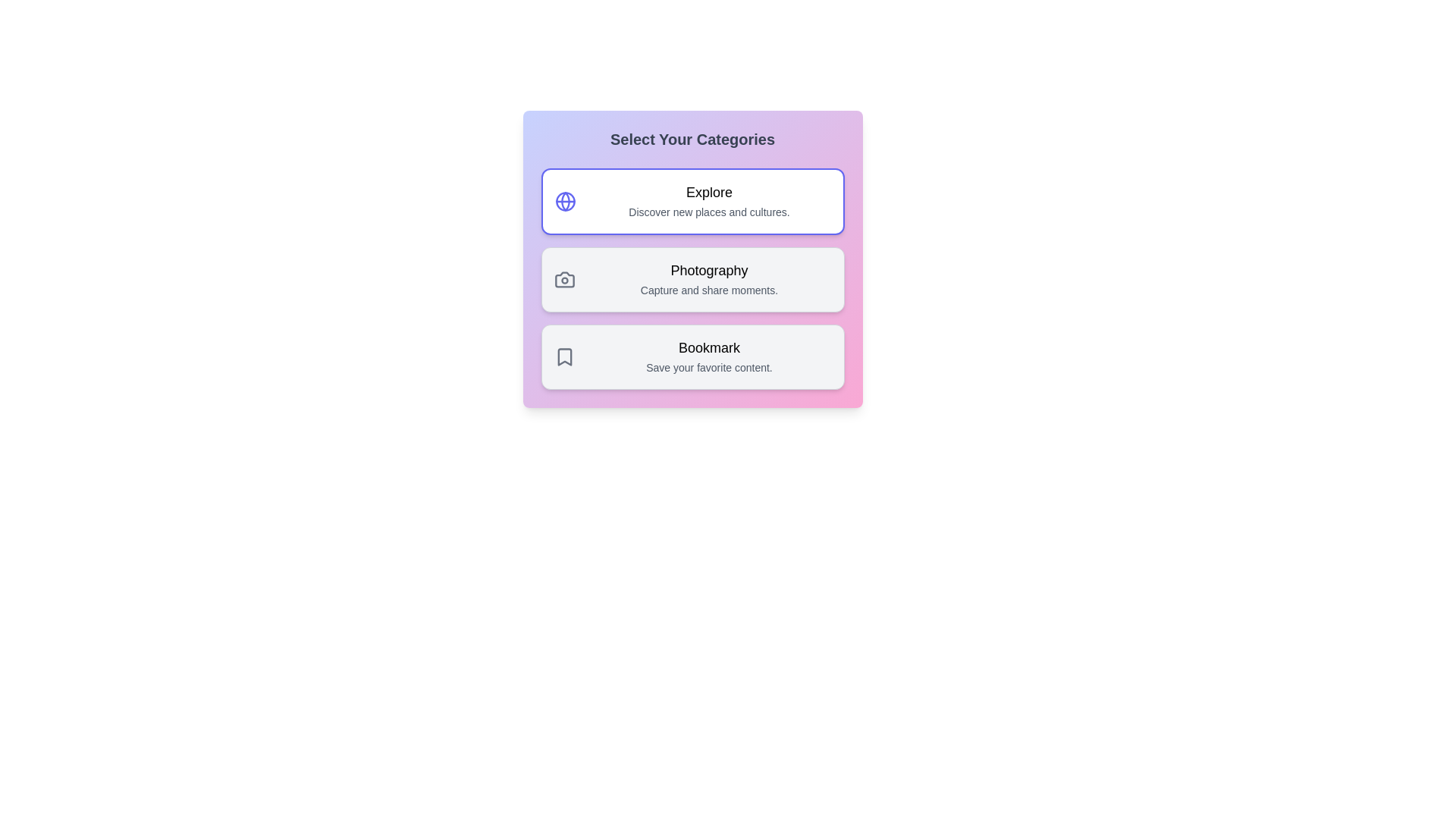  I want to click on the category Bookmark, so click(692, 356).